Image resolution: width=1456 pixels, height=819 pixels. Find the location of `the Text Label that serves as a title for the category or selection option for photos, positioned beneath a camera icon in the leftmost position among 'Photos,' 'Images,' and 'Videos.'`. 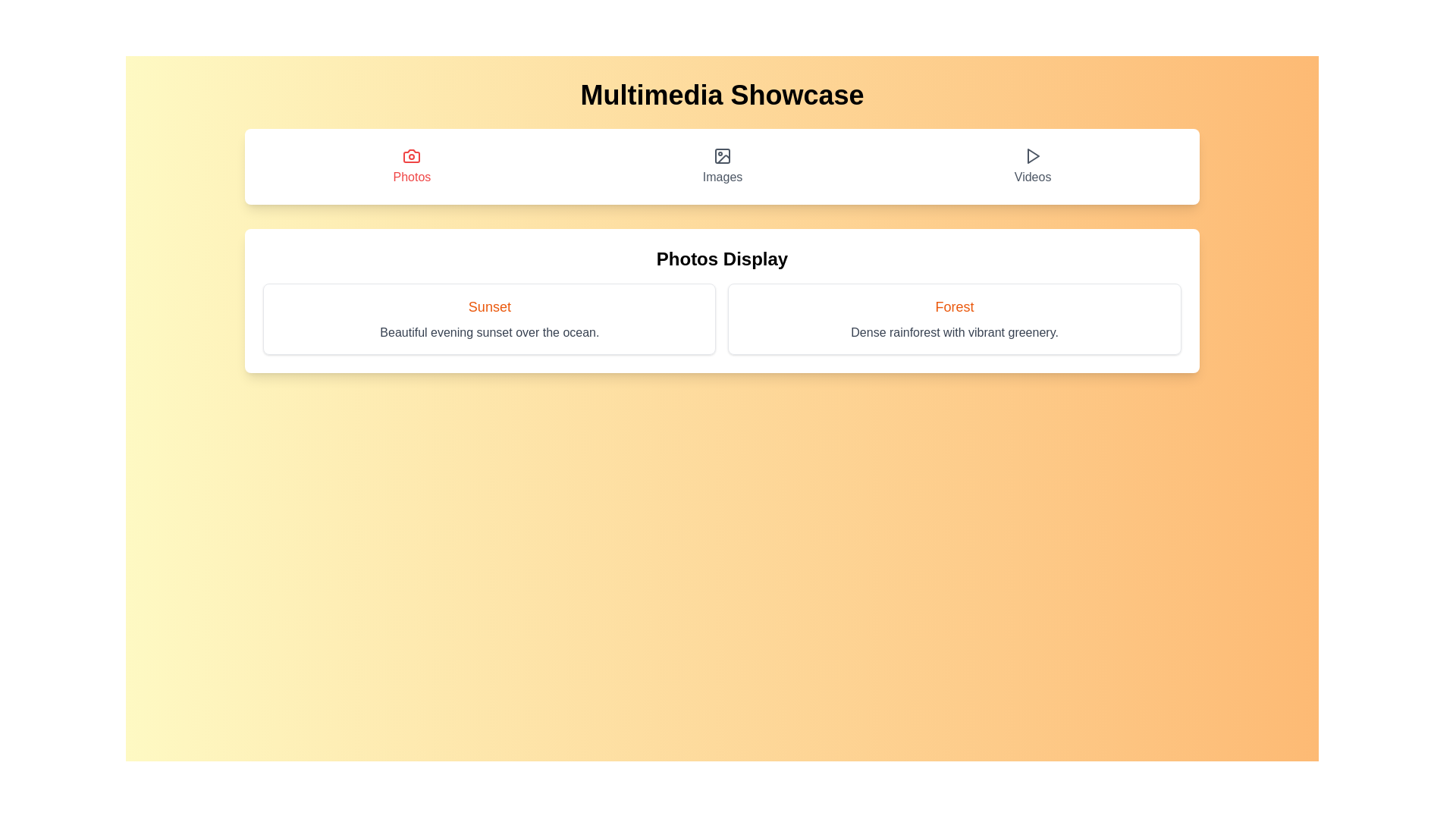

the Text Label that serves as a title for the category or selection option for photos, positioned beneath a camera icon in the leftmost position among 'Photos,' 'Images,' and 'Videos.' is located at coordinates (412, 177).